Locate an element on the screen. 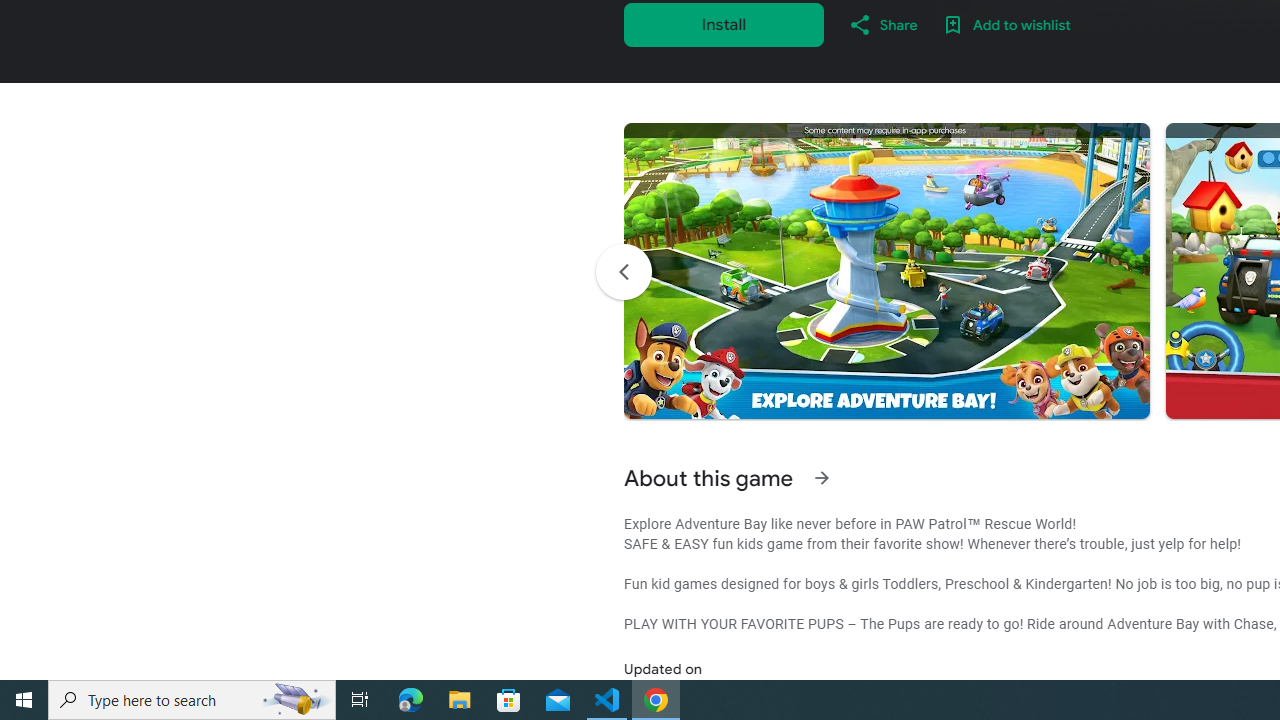 Image resolution: width=1280 pixels, height=720 pixels. 'Install' is located at coordinates (722, 24).